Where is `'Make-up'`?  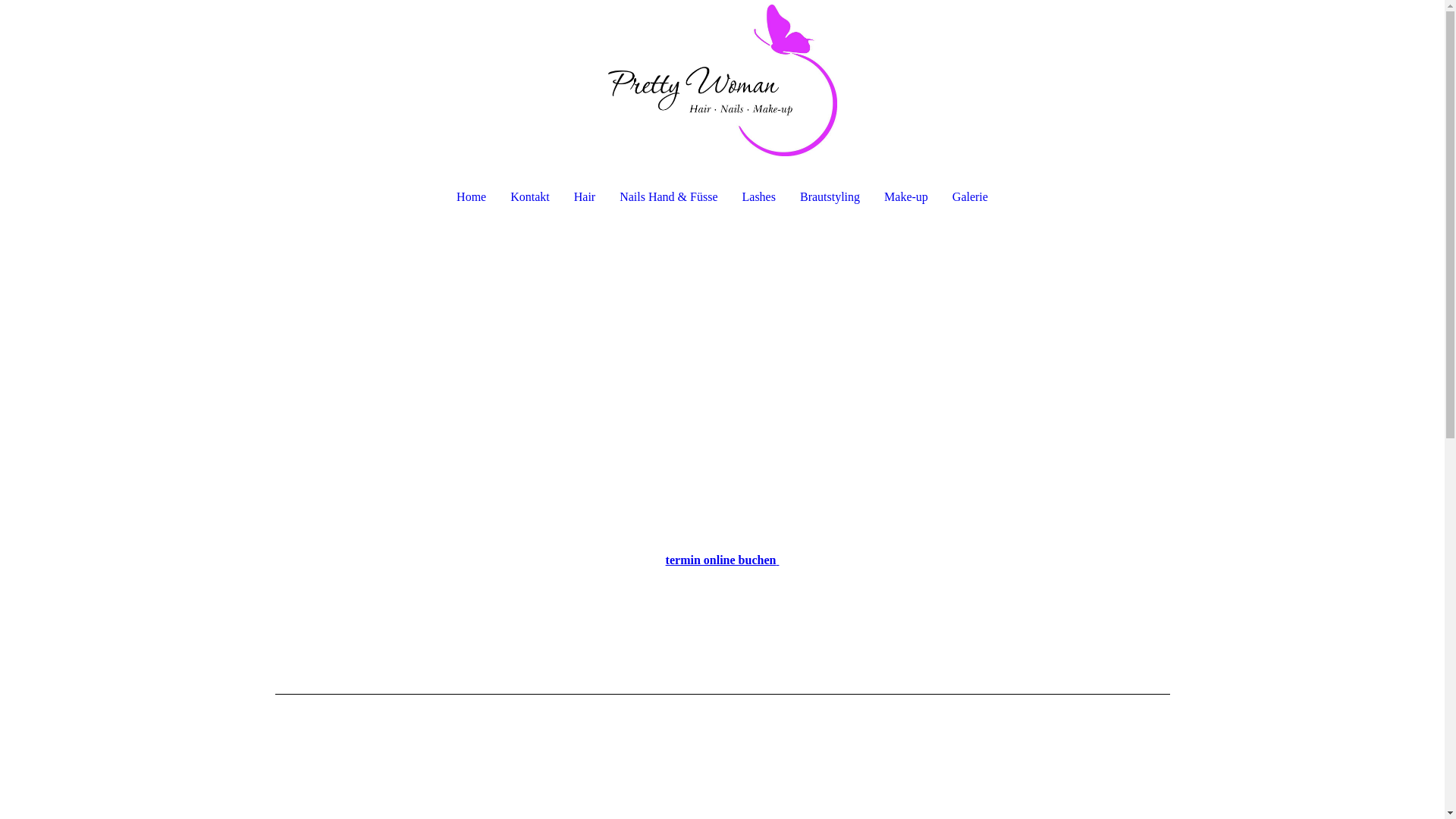
'Make-up' is located at coordinates (906, 196).